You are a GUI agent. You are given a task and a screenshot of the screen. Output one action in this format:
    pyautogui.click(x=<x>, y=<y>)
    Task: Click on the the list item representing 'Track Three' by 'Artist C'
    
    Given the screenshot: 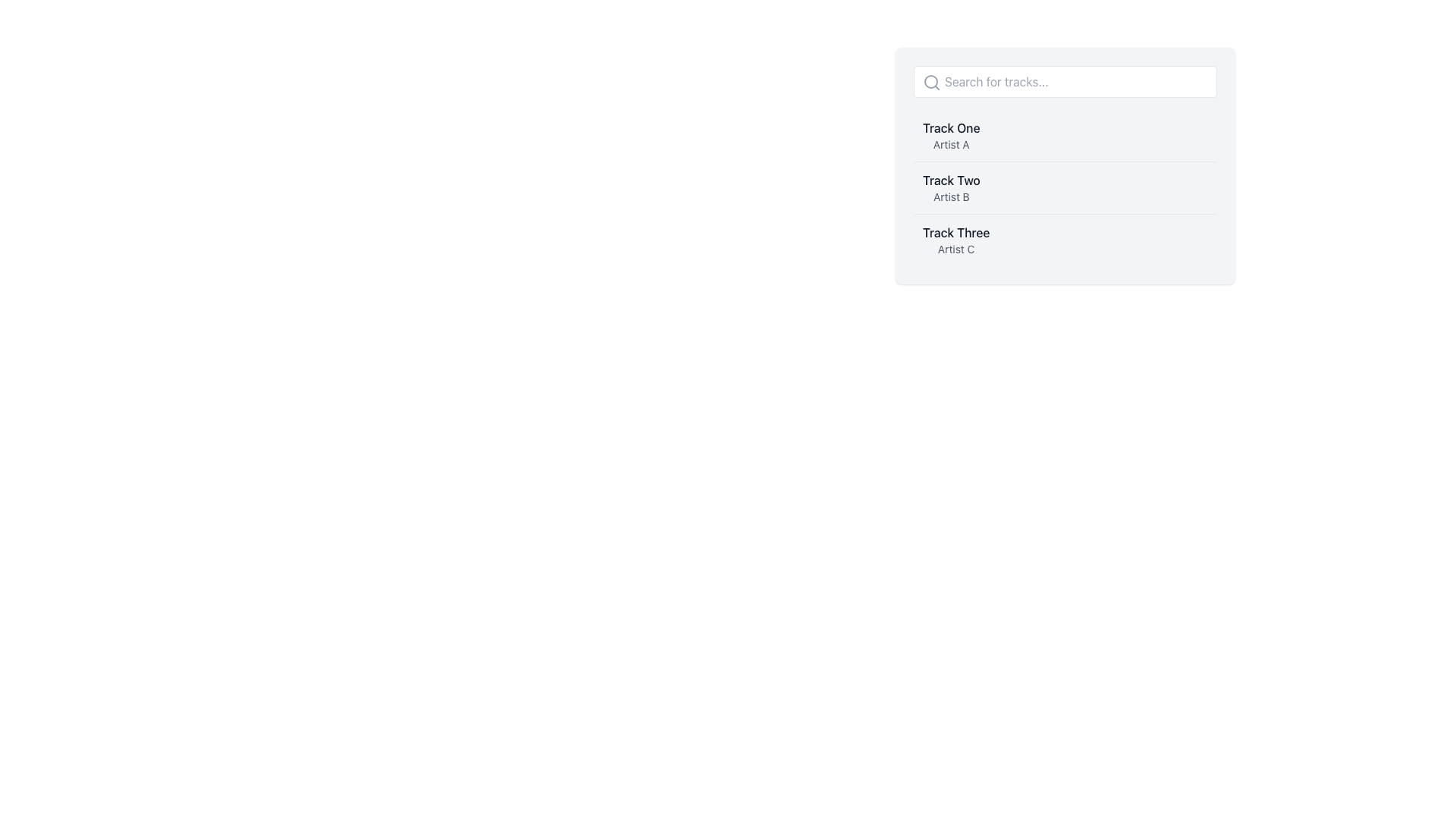 What is the action you would take?
    pyautogui.click(x=1065, y=239)
    